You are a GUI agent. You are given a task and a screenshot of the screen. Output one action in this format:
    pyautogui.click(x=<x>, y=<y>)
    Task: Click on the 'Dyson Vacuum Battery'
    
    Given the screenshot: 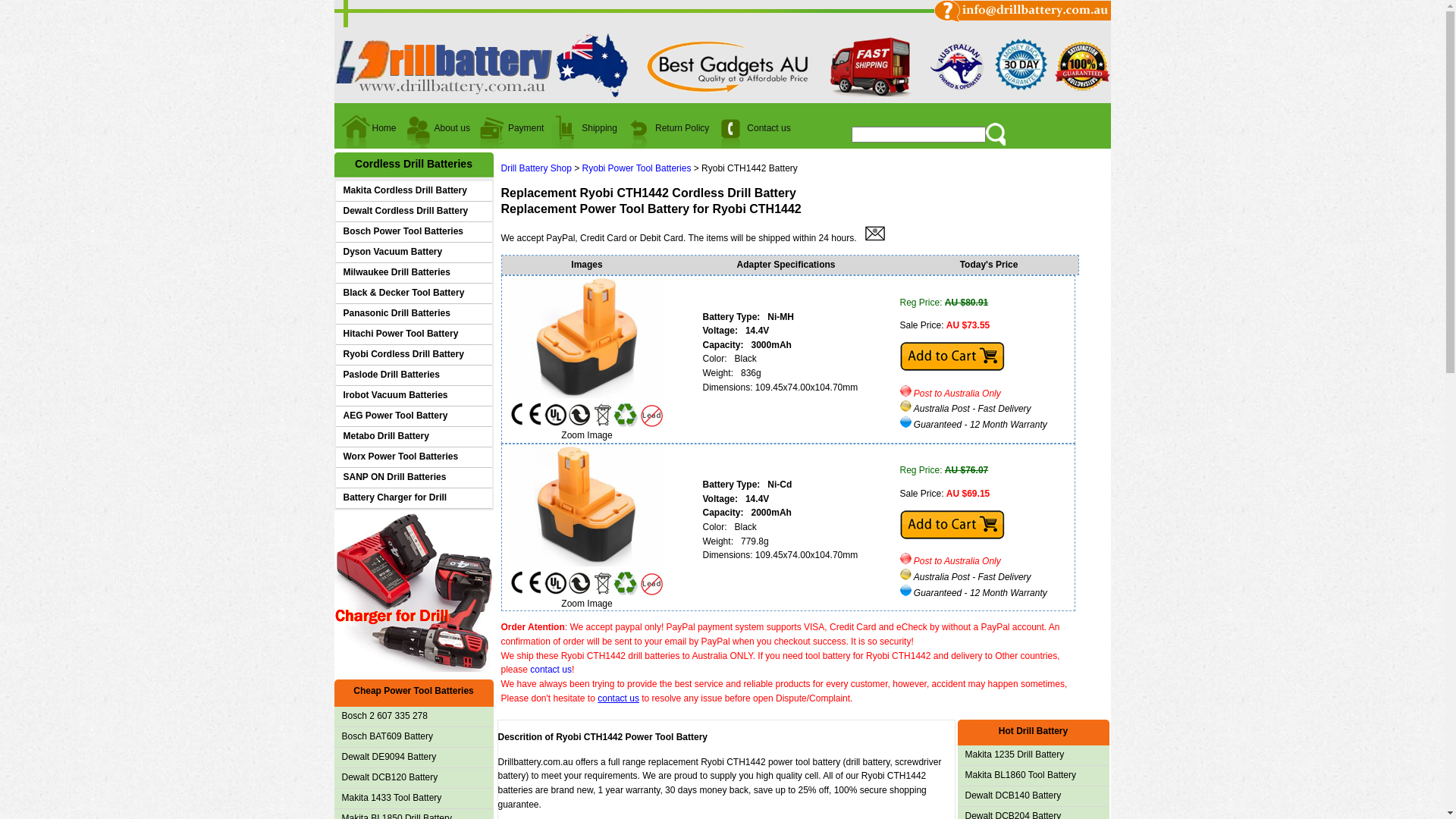 What is the action you would take?
    pyautogui.click(x=413, y=251)
    